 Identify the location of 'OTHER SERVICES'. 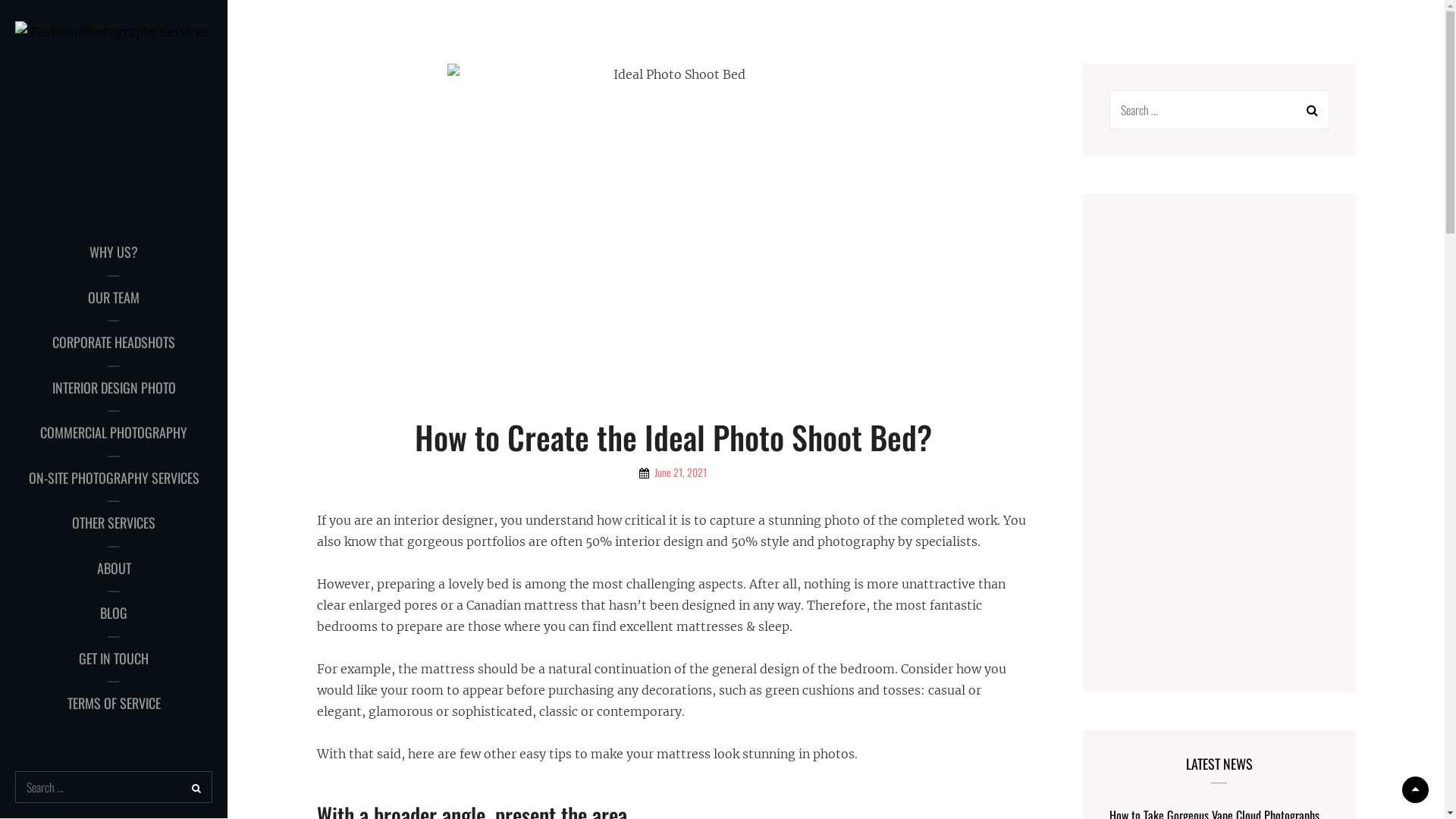
(112, 522).